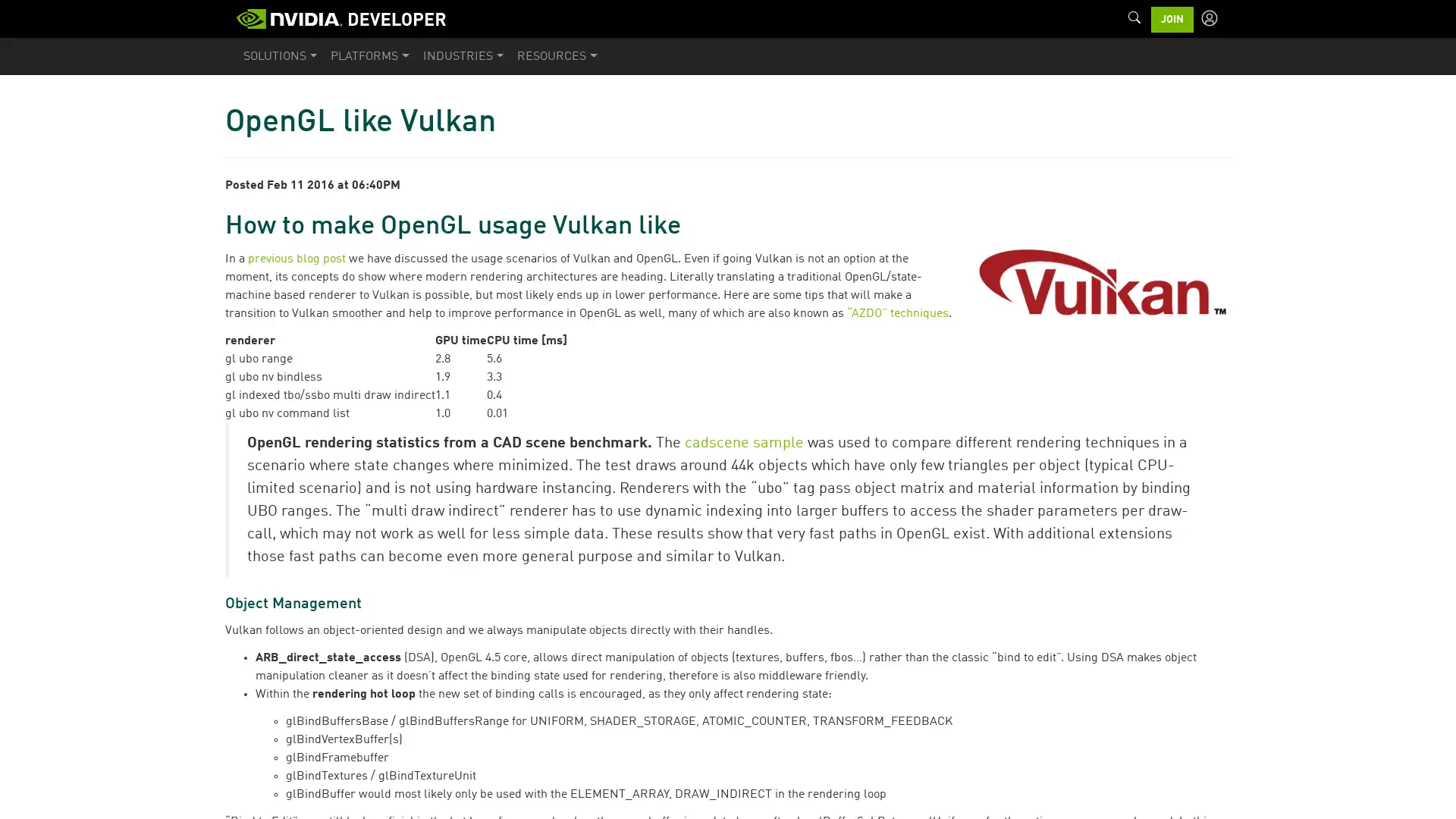 Image resolution: width=1456 pixels, height=819 pixels. I want to click on PLATFORMS, so click(369, 55).